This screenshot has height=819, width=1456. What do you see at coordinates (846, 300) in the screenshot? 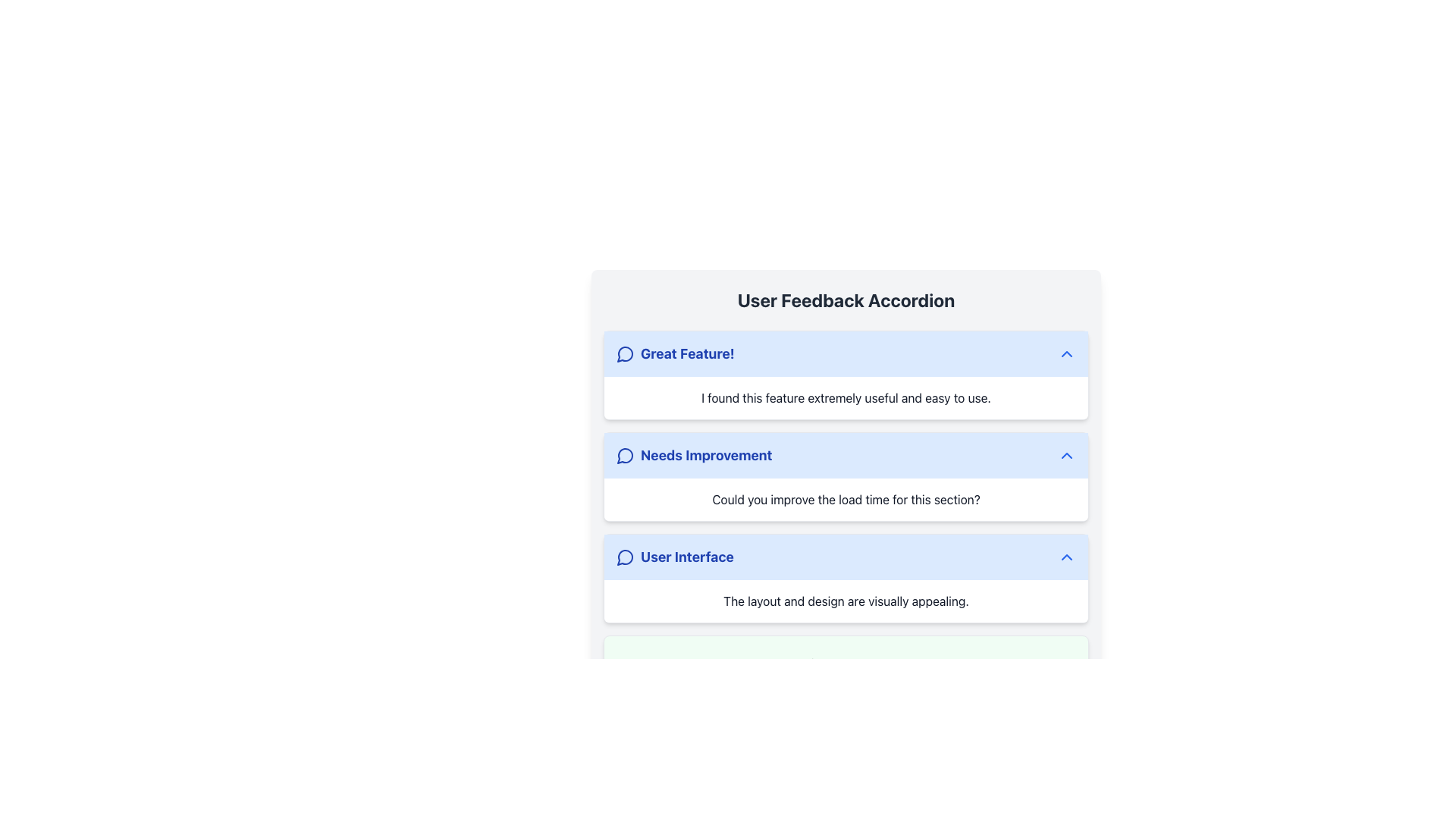
I see `static text label at the top of the user feedback section, which serves as a header for the accordion interface` at bounding box center [846, 300].